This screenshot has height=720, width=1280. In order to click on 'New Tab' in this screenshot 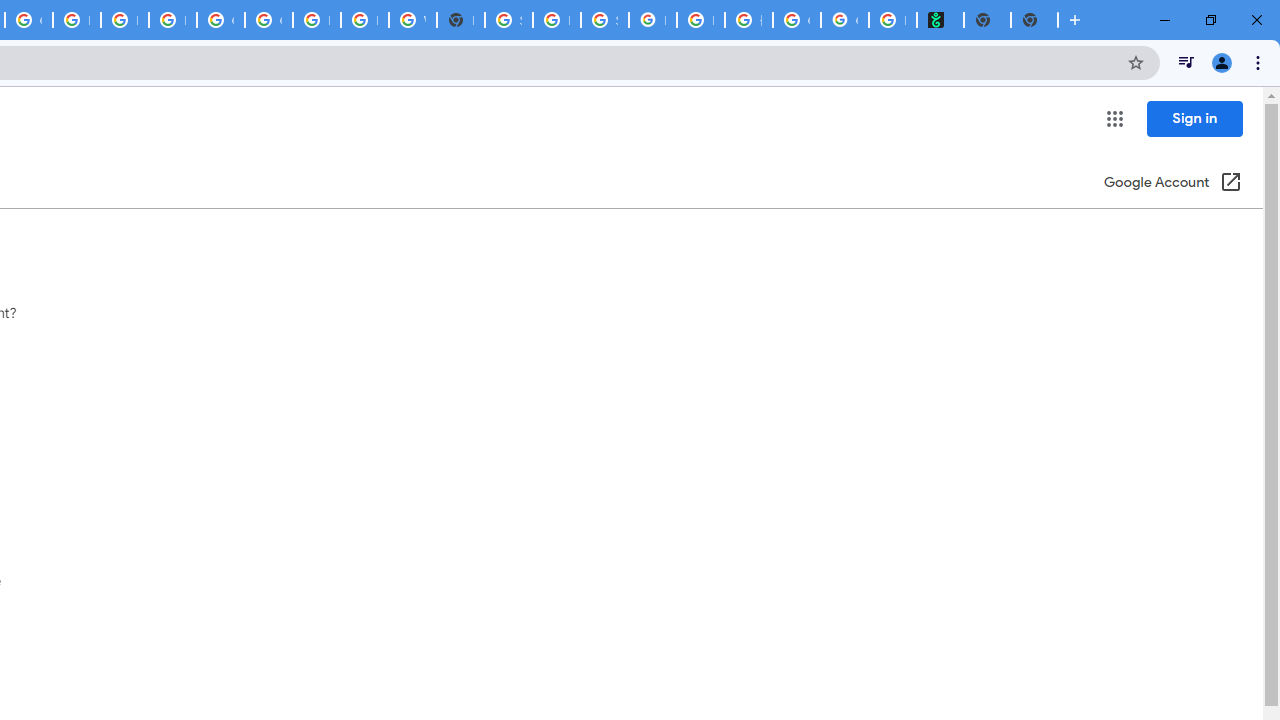, I will do `click(1034, 20)`.